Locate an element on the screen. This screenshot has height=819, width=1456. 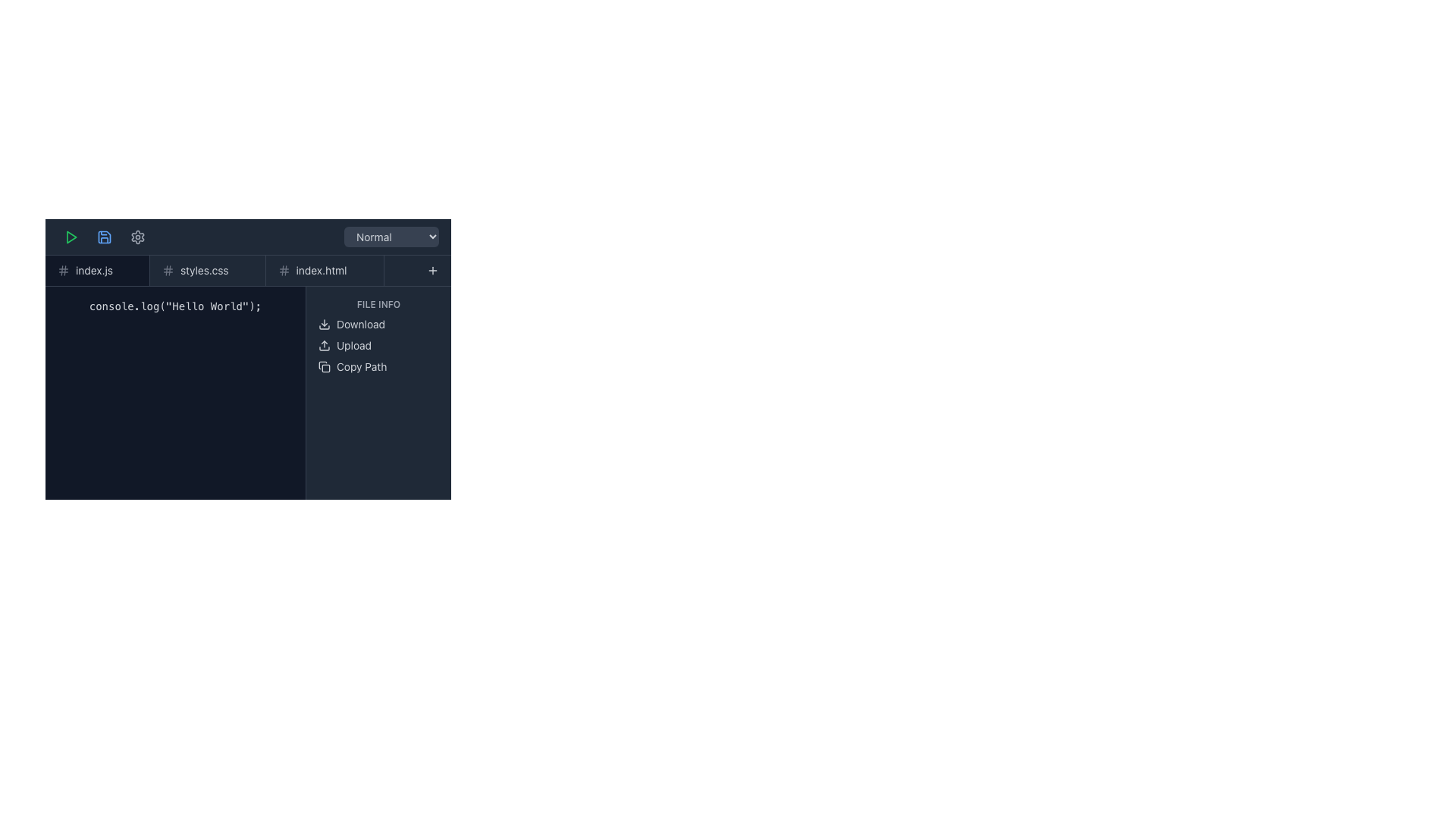
the interactive icon indicating special status related to the 'styles.css' file, located at the left end of the 'styles.css' tab in the header section is located at coordinates (168, 270).